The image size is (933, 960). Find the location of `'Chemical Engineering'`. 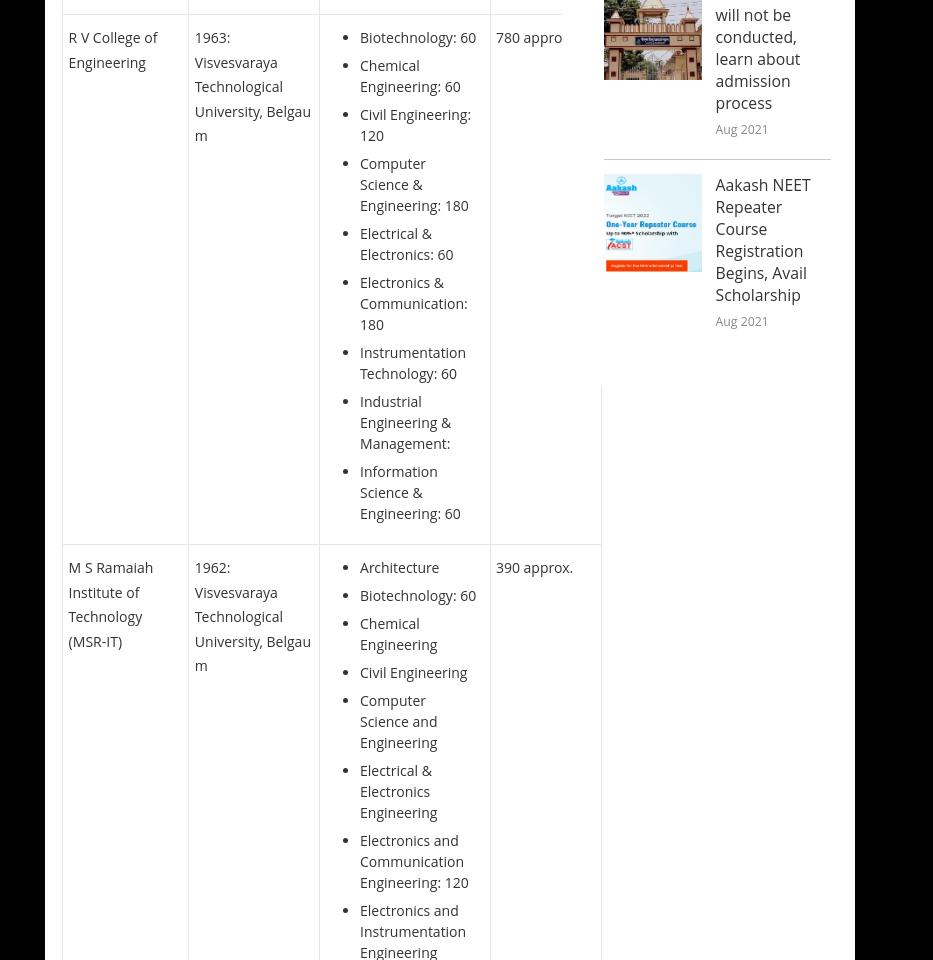

'Chemical Engineering' is located at coordinates (398, 632).